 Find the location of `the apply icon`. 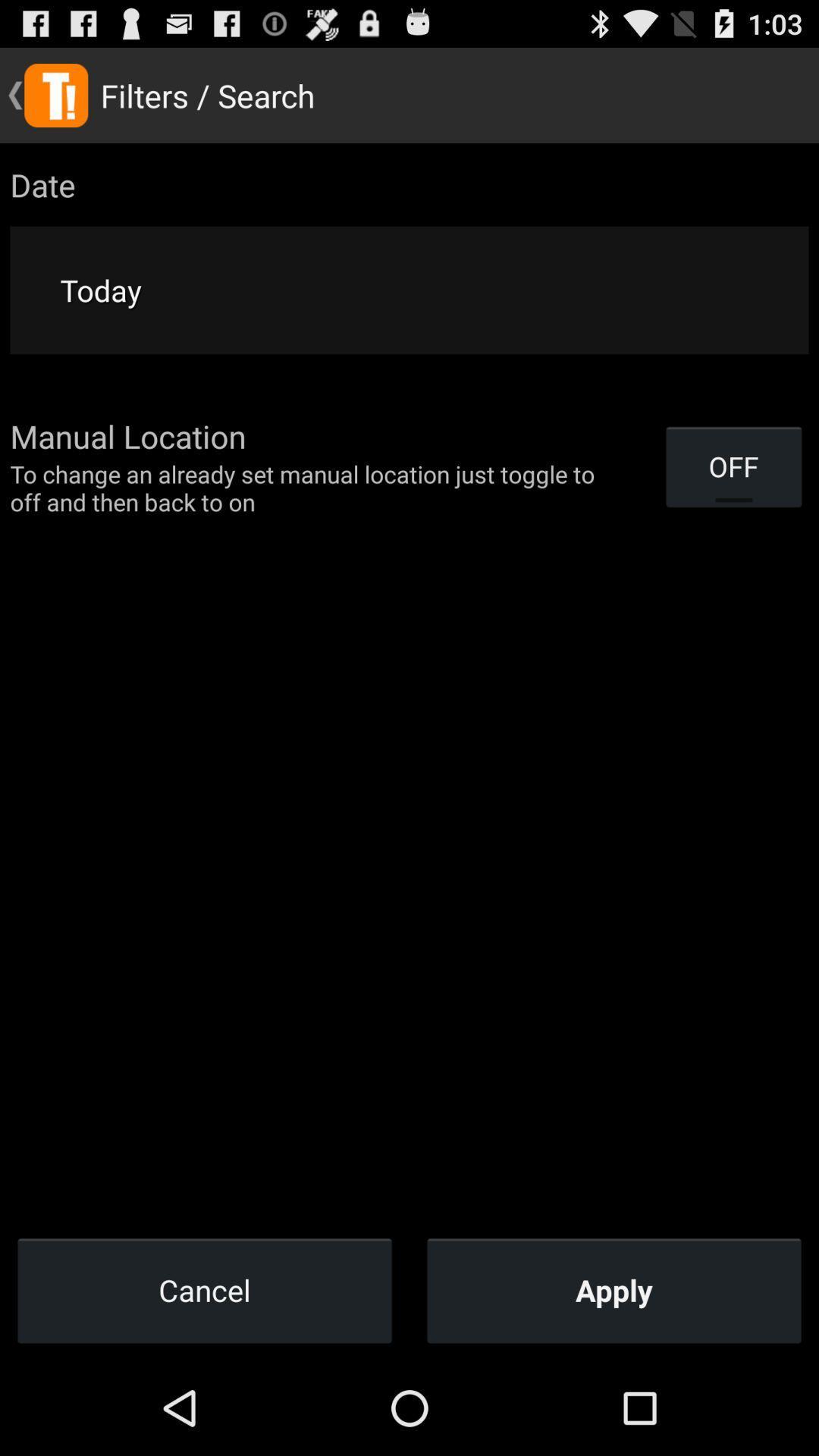

the apply icon is located at coordinates (614, 1289).